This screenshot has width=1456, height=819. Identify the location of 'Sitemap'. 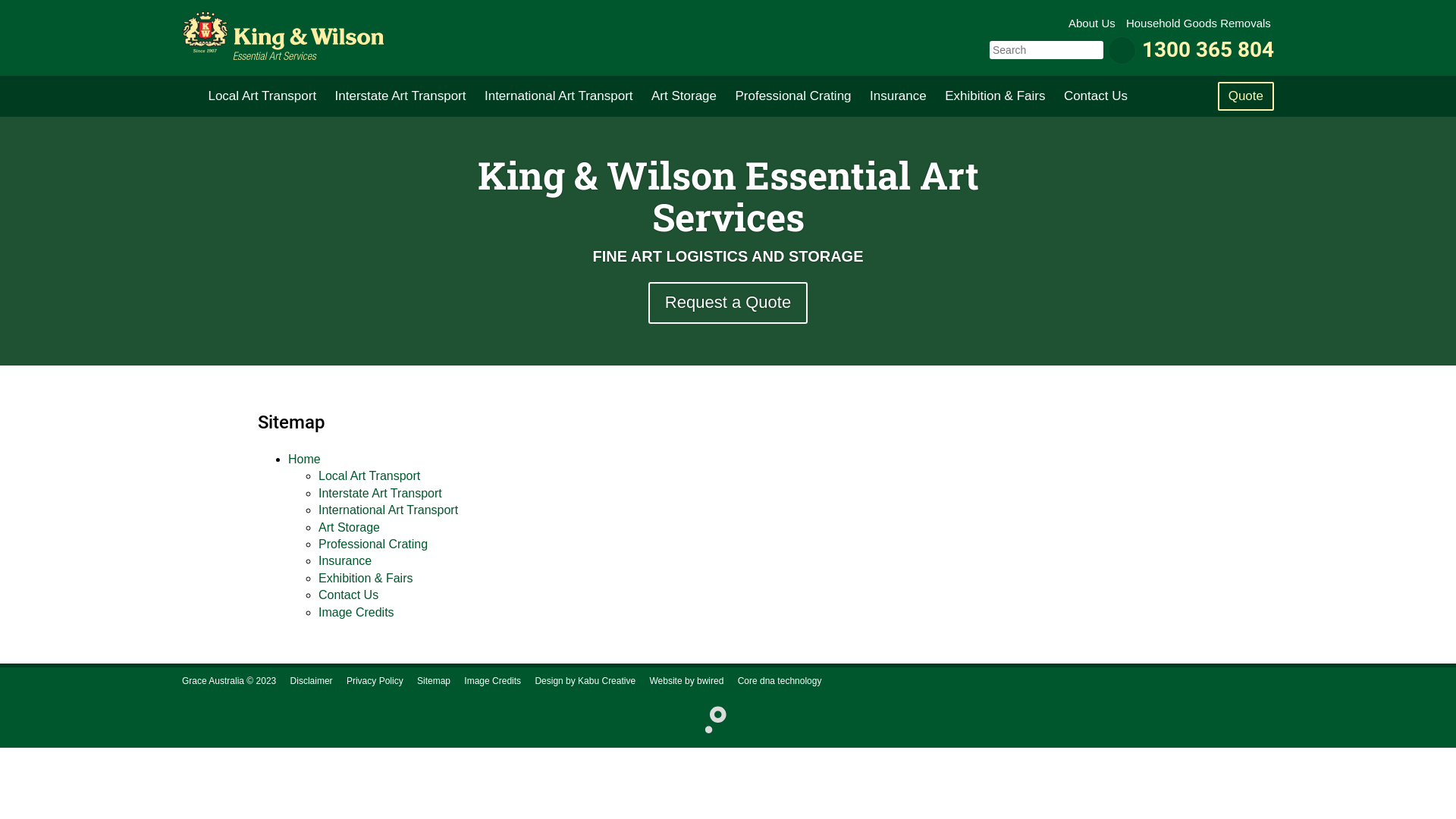
(432, 680).